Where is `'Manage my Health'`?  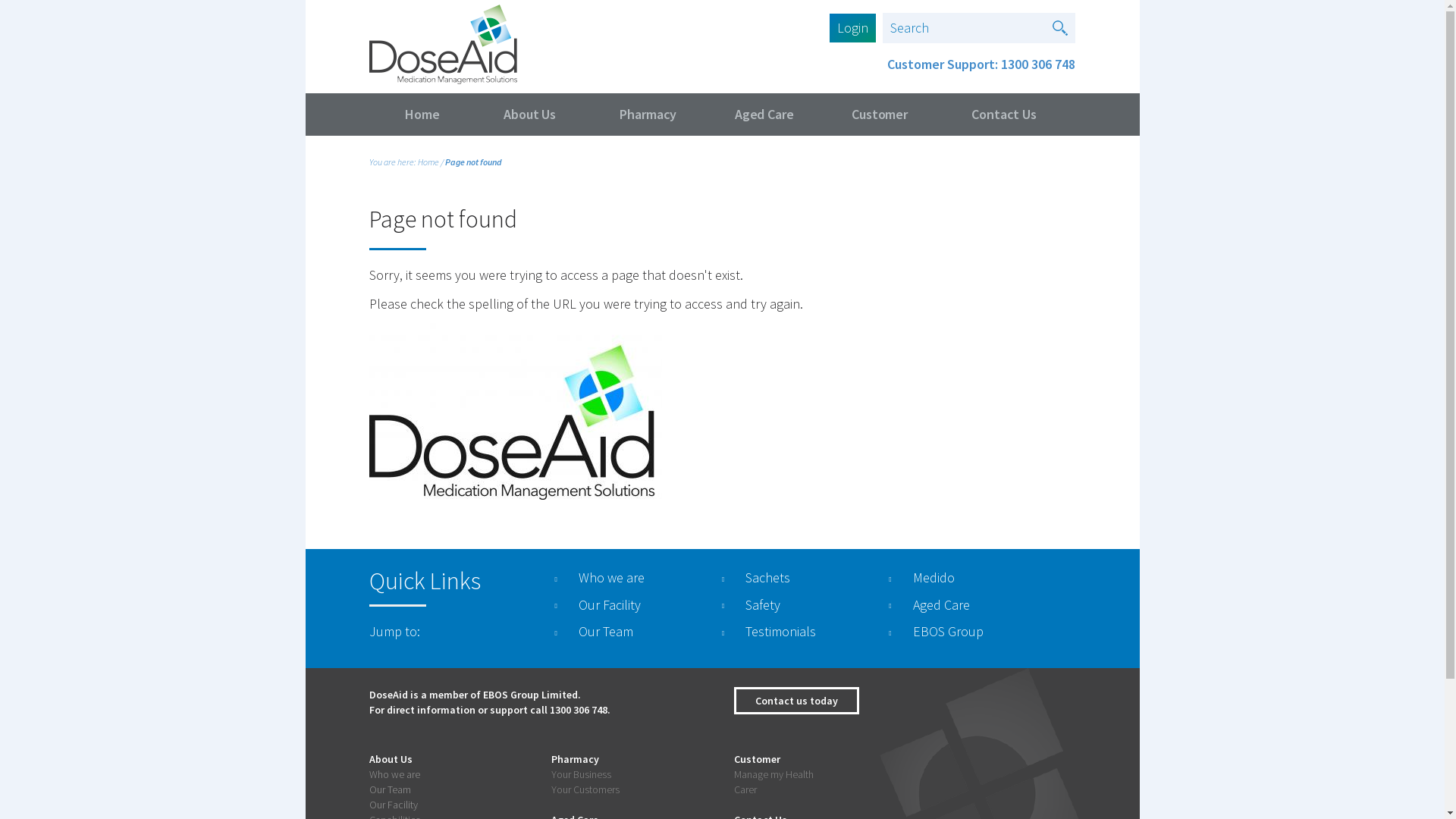 'Manage my Health' is located at coordinates (773, 774).